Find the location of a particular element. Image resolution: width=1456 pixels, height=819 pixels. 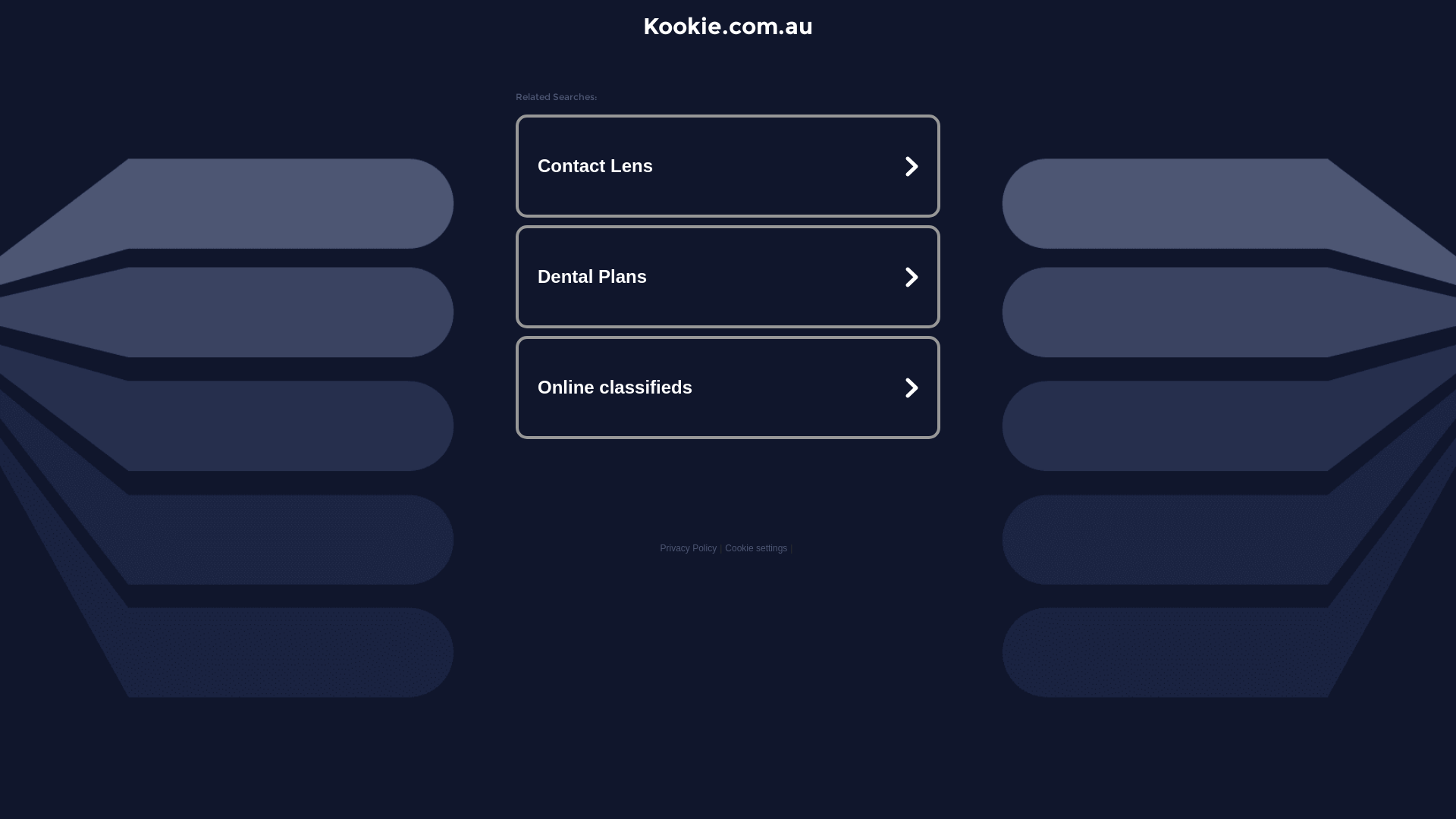

'Cookie settings' is located at coordinates (756, 548).